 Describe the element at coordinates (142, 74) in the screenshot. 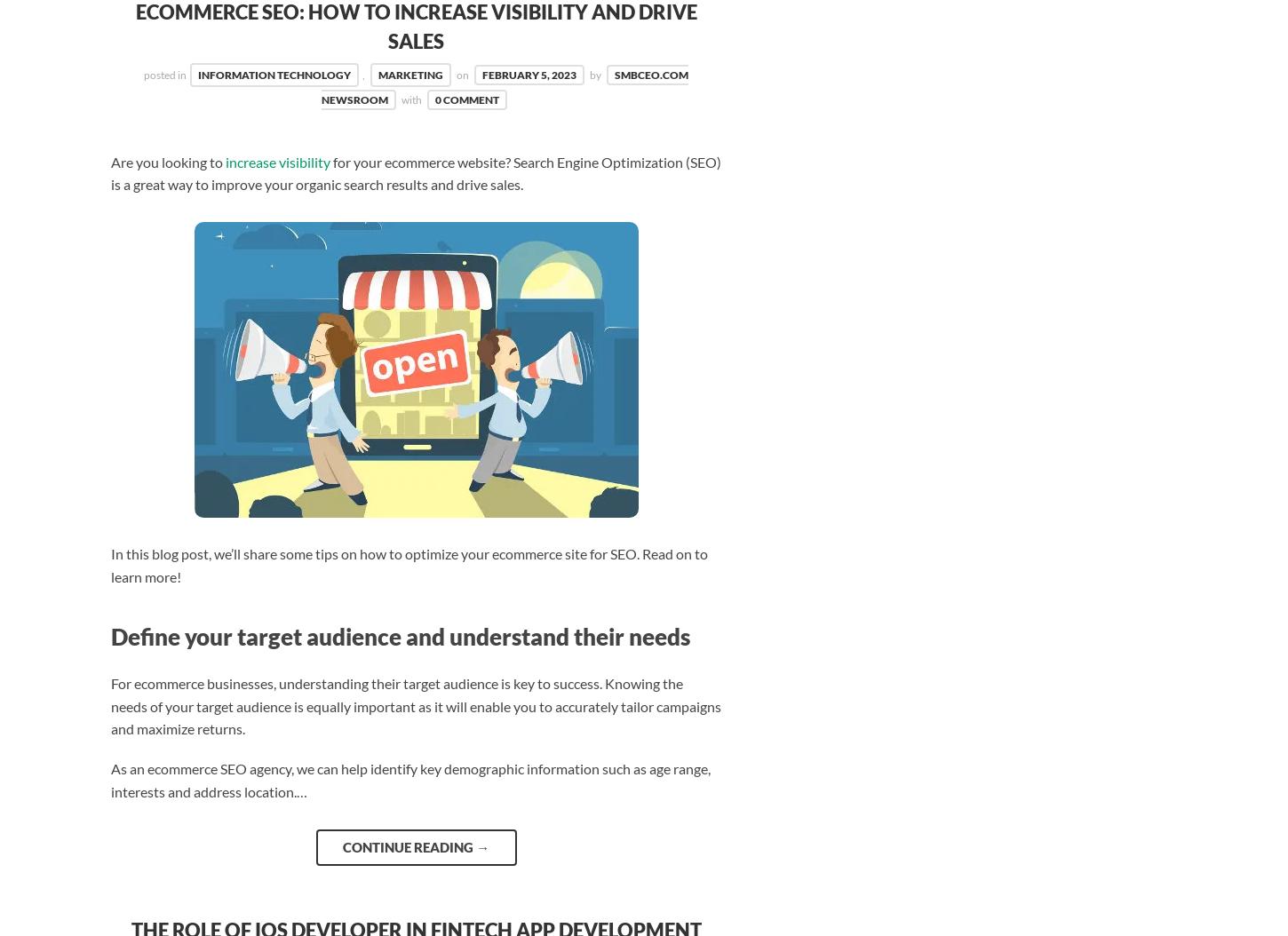

I see `'posted in'` at that location.